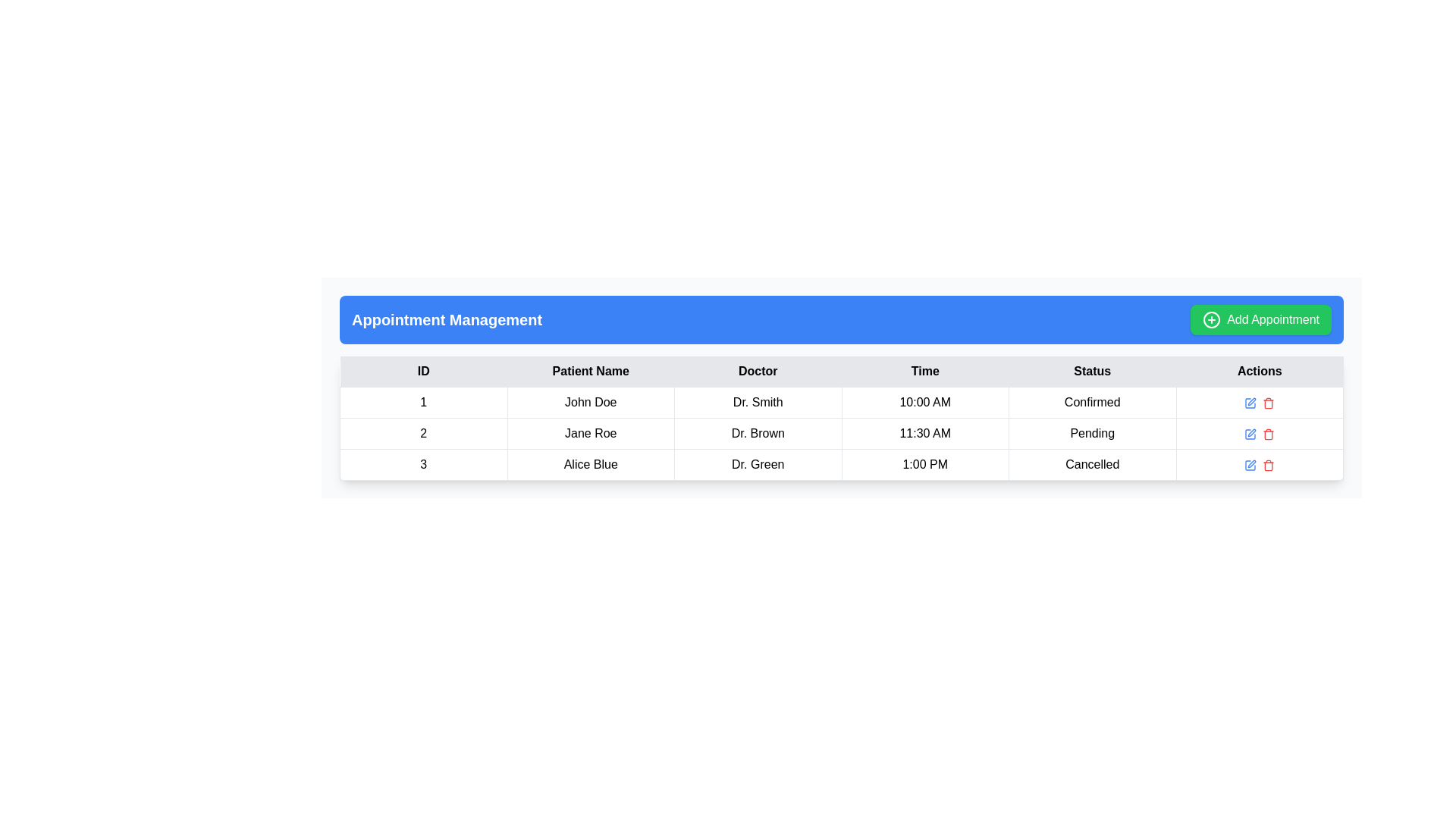 This screenshot has height=819, width=1456. What do you see at coordinates (840, 433) in the screenshot?
I see `the appointment entry row for 'Jane Roe' with 'Dr. Brown' at 11:30 AM, currently marked as 'Pending', located as the second row in the tabular listing` at bounding box center [840, 433].